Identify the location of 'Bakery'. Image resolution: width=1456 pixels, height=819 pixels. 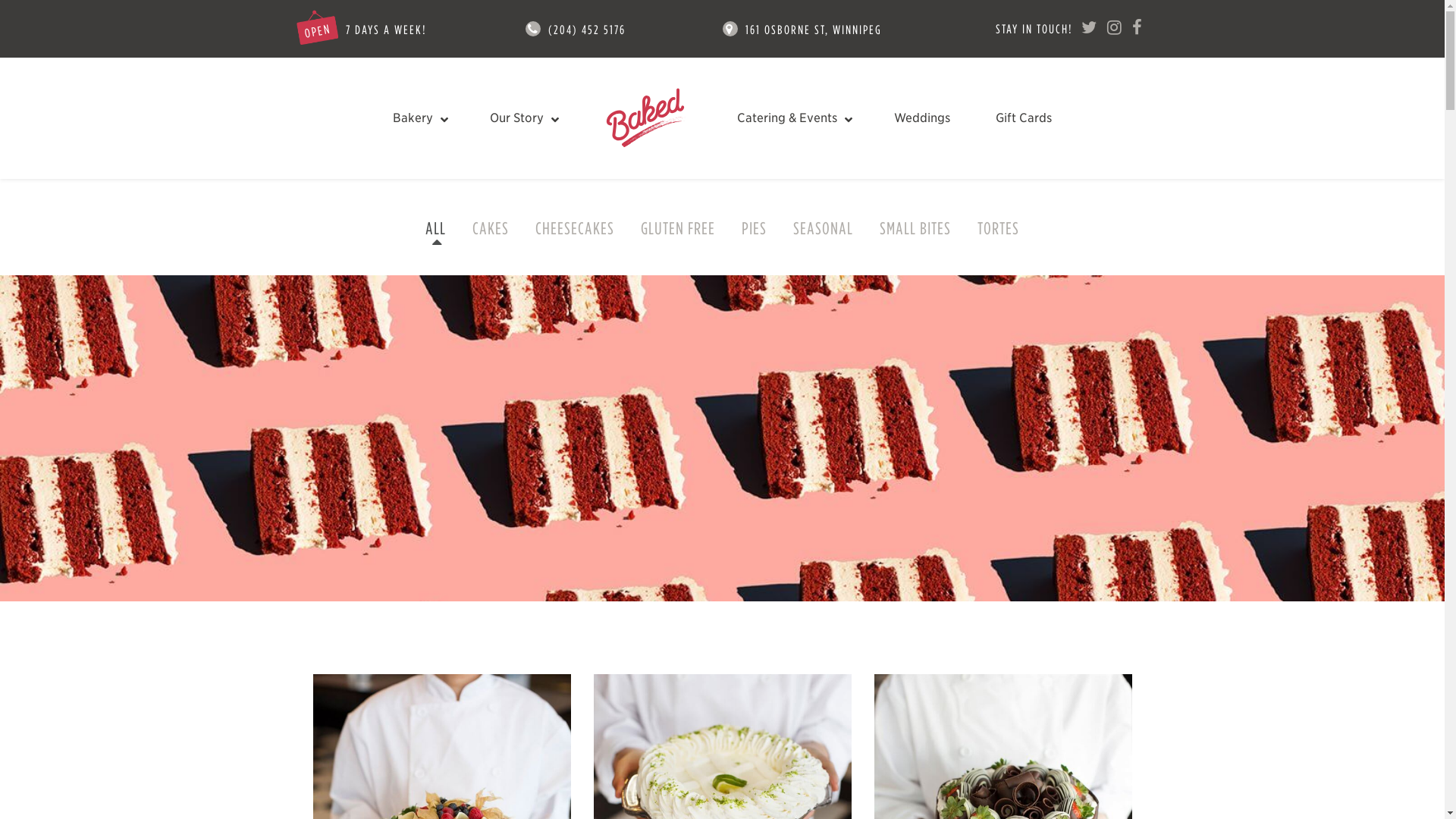
(419, 117).